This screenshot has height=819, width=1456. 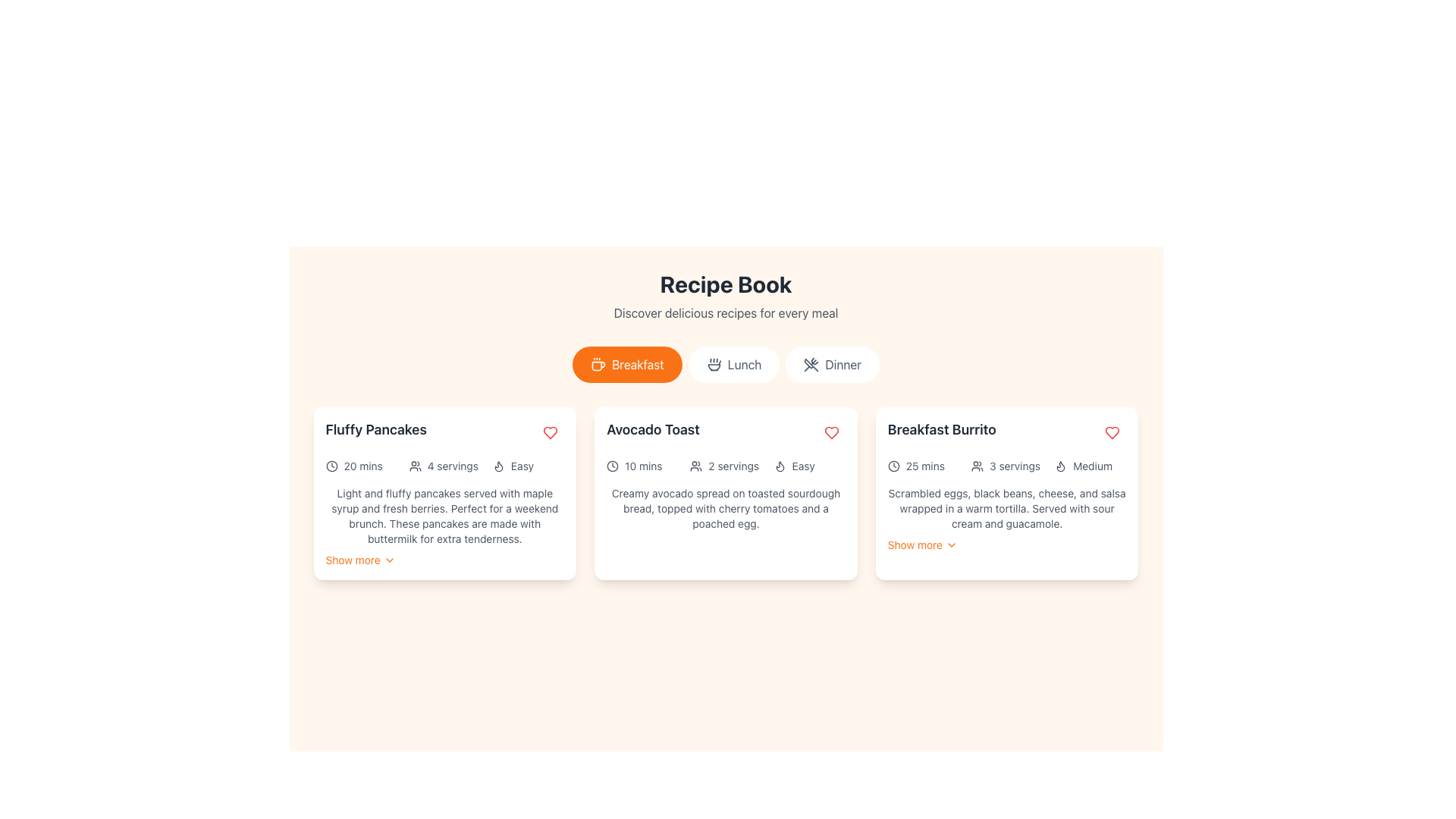 I want to click on the 'Dinner' category button label, so click(x=843, y=365).